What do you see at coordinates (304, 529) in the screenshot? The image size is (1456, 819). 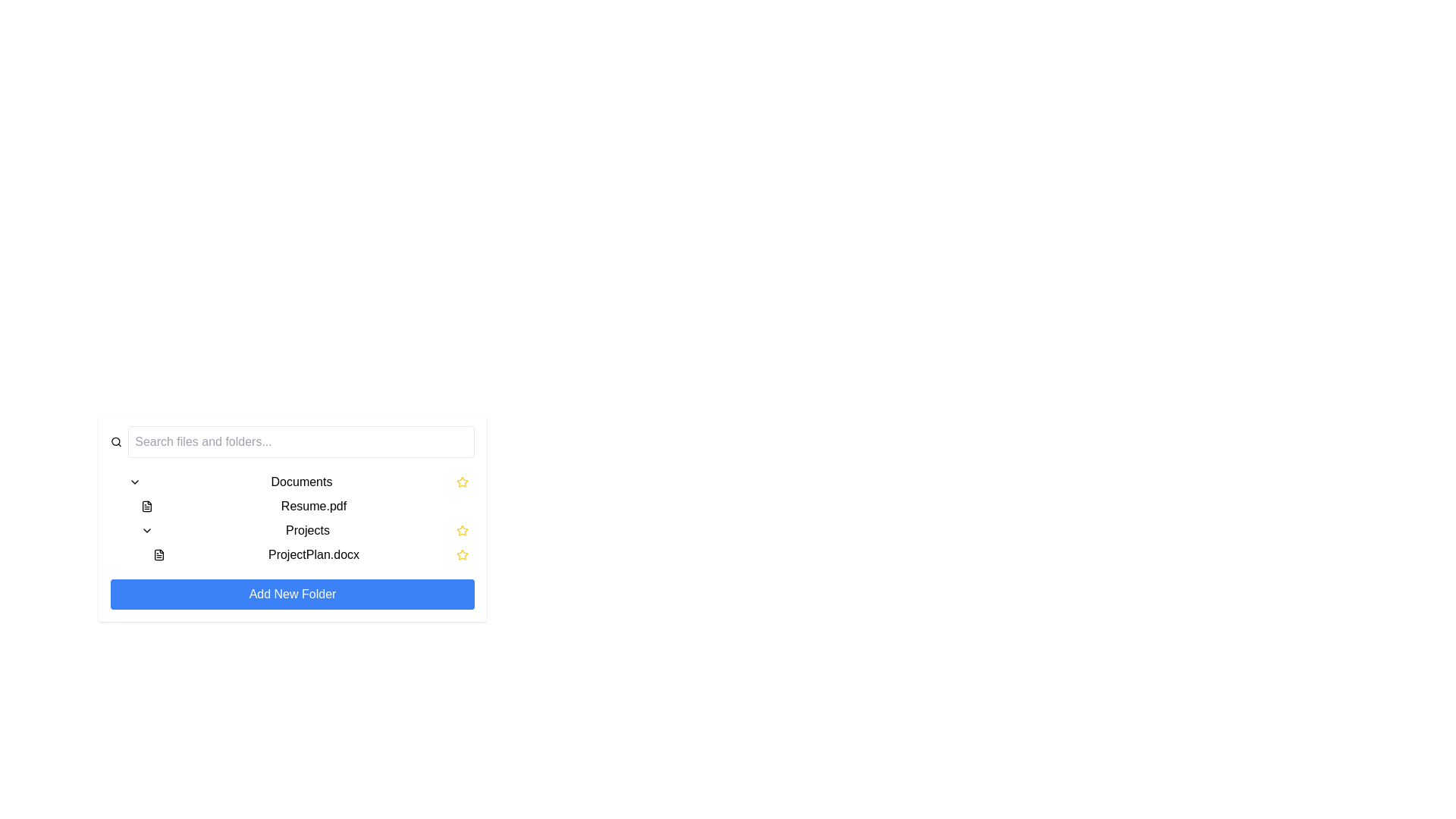 I see `the 'Projects' dropdown folder toggle, which is visually distinct with a rounded border, a downward arrow icon to the left, and a star icon to the right, located as the second item in the document list` at bounding box center [304, 529].